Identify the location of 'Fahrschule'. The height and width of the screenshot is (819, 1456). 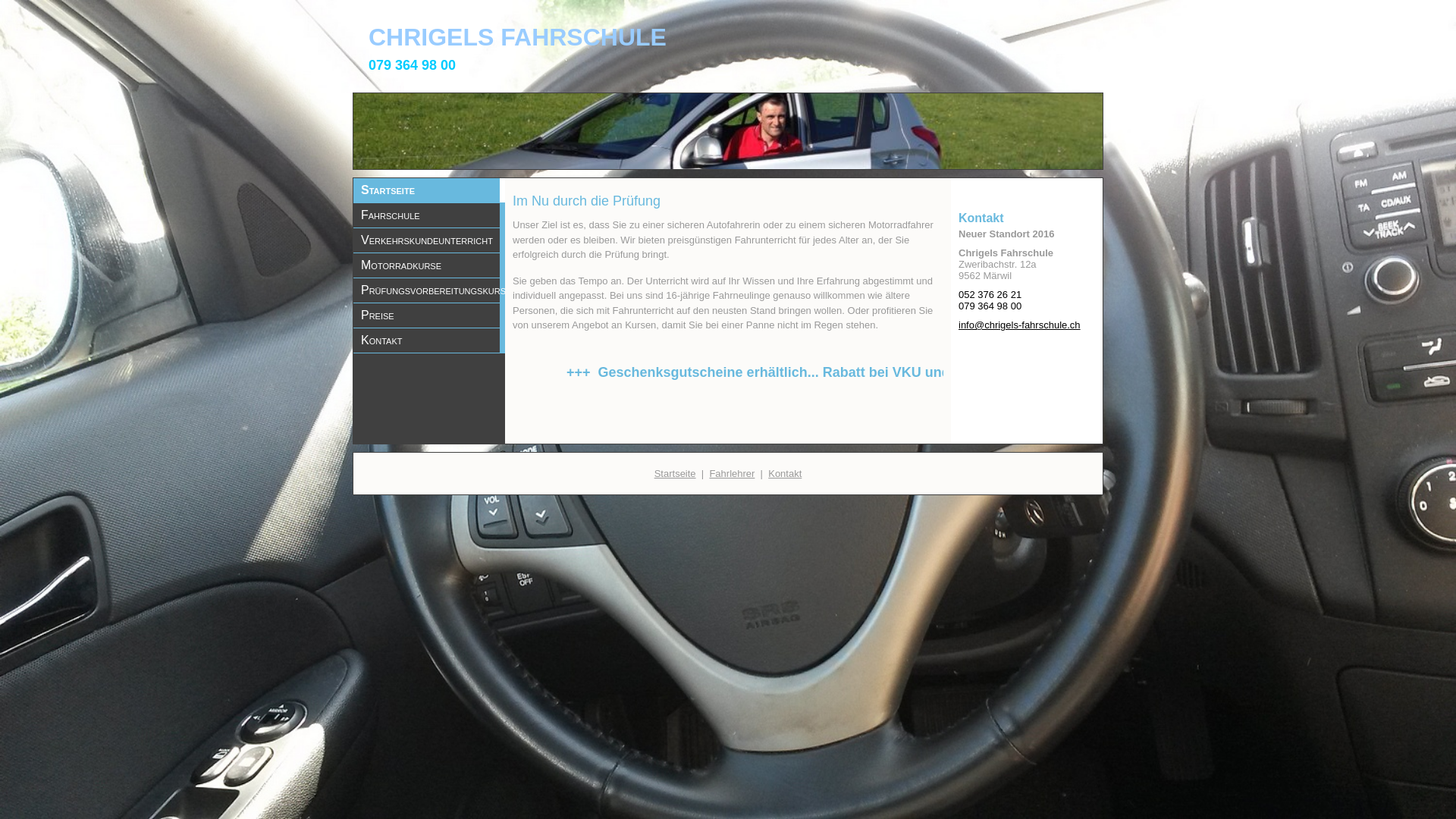
(428, 215).